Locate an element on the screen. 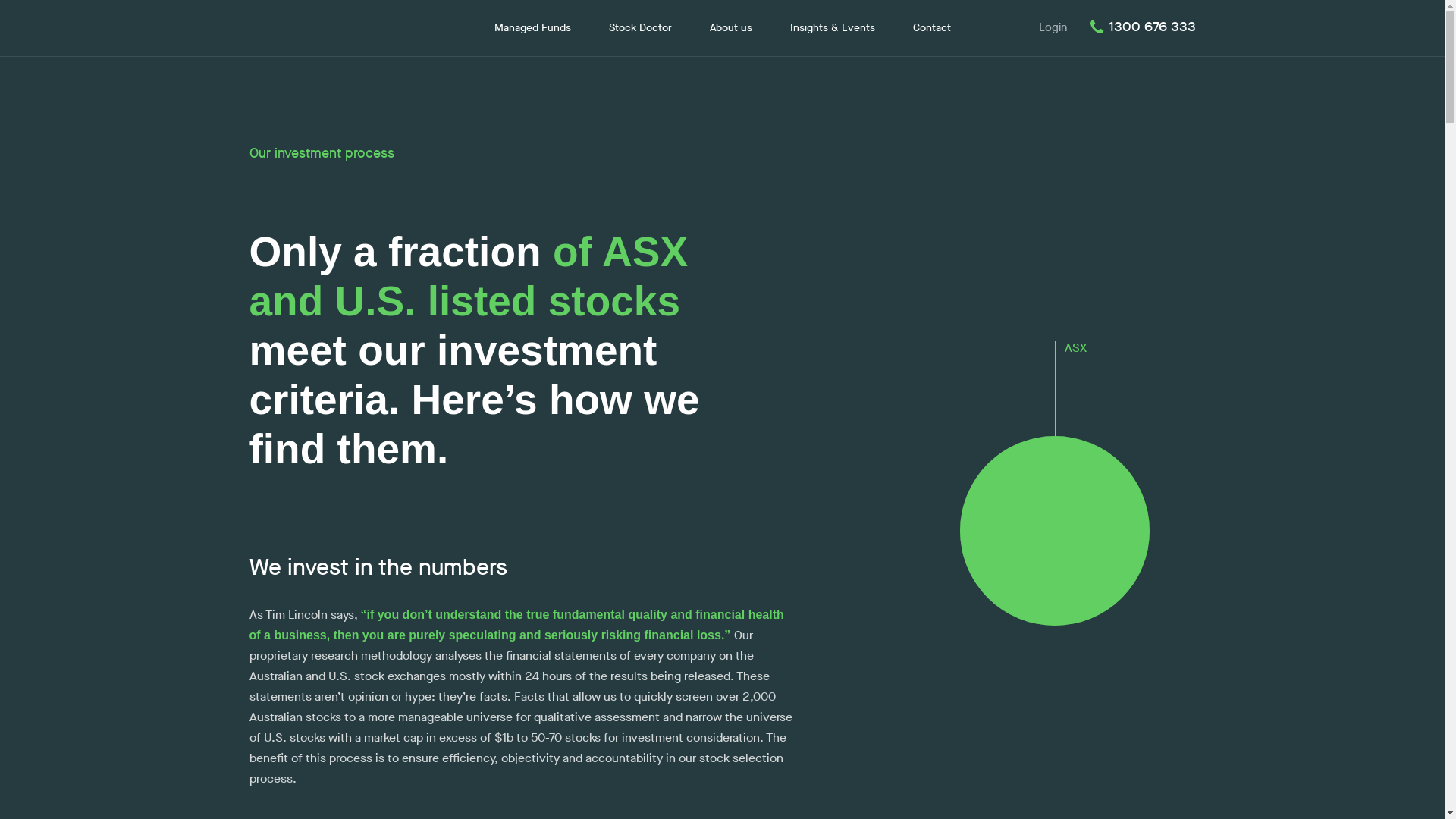 The width and height of the screenshot is (1456, 819). 'Insights & Events' is located at coordinates (832, 28).